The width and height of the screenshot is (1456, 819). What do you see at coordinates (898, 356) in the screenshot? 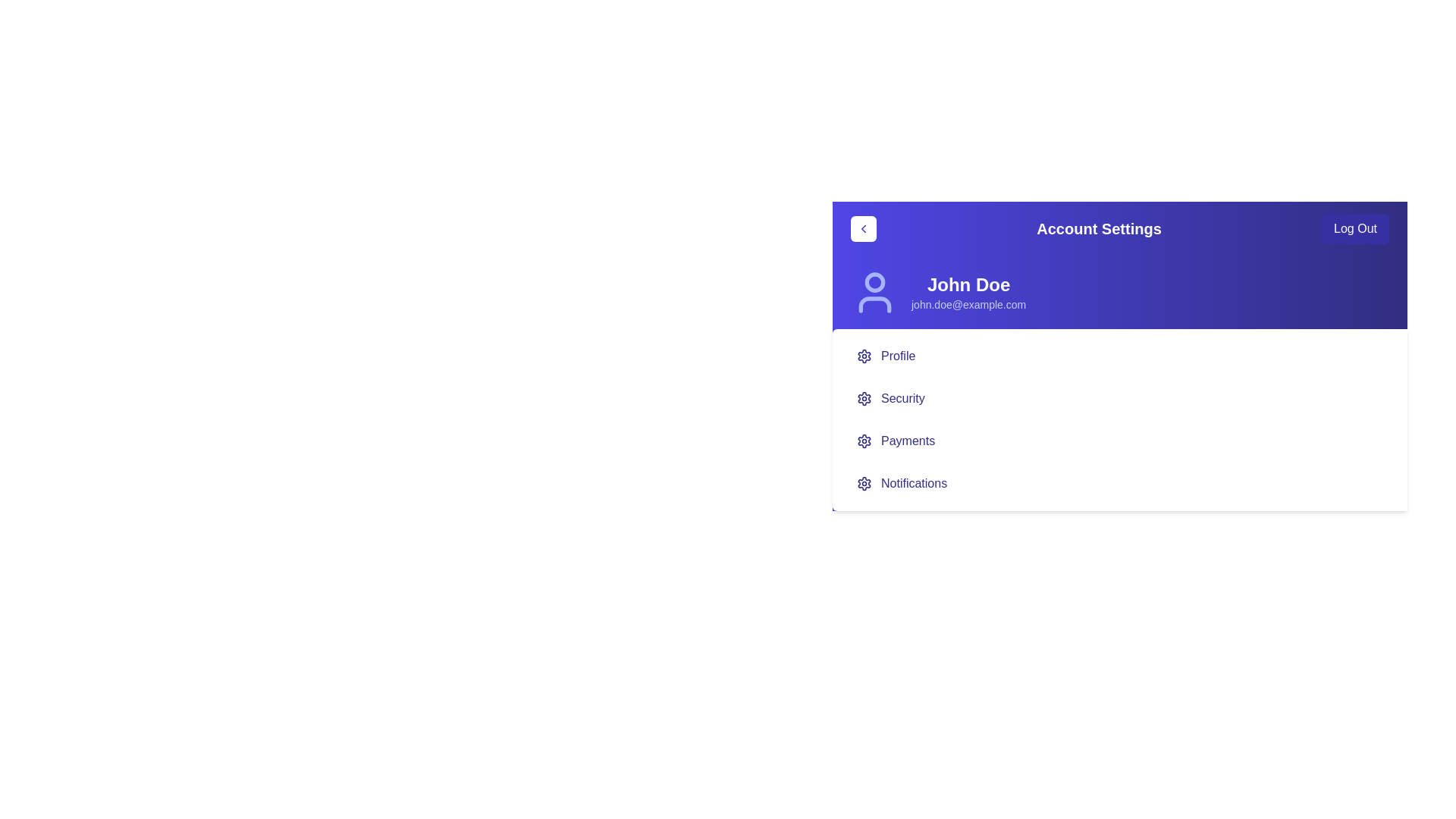
I see `the 'Profile' text label located in the vertical menu list` at bounding box center [898, 356].